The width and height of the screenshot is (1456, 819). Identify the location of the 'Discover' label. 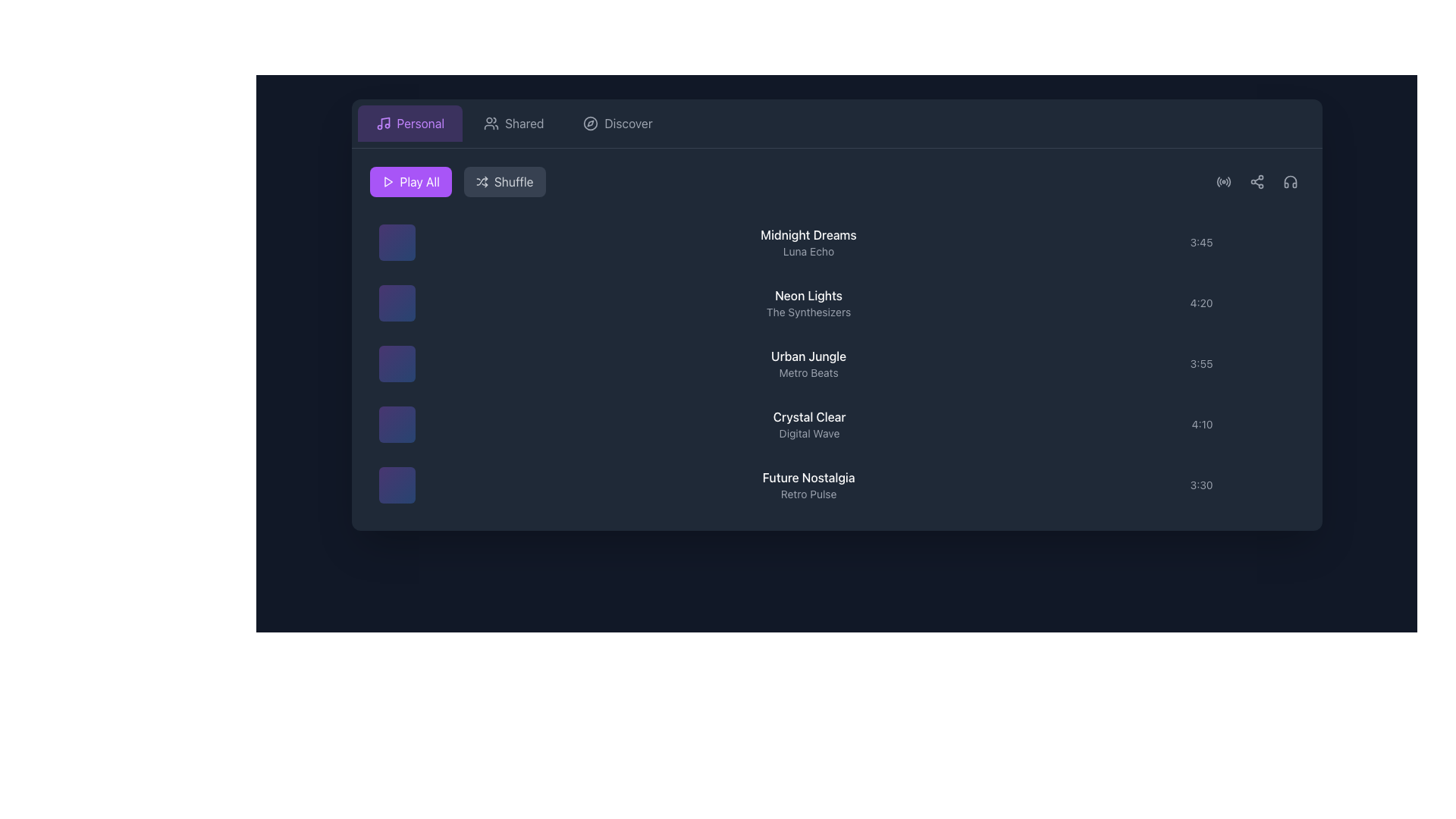
(629, 122).